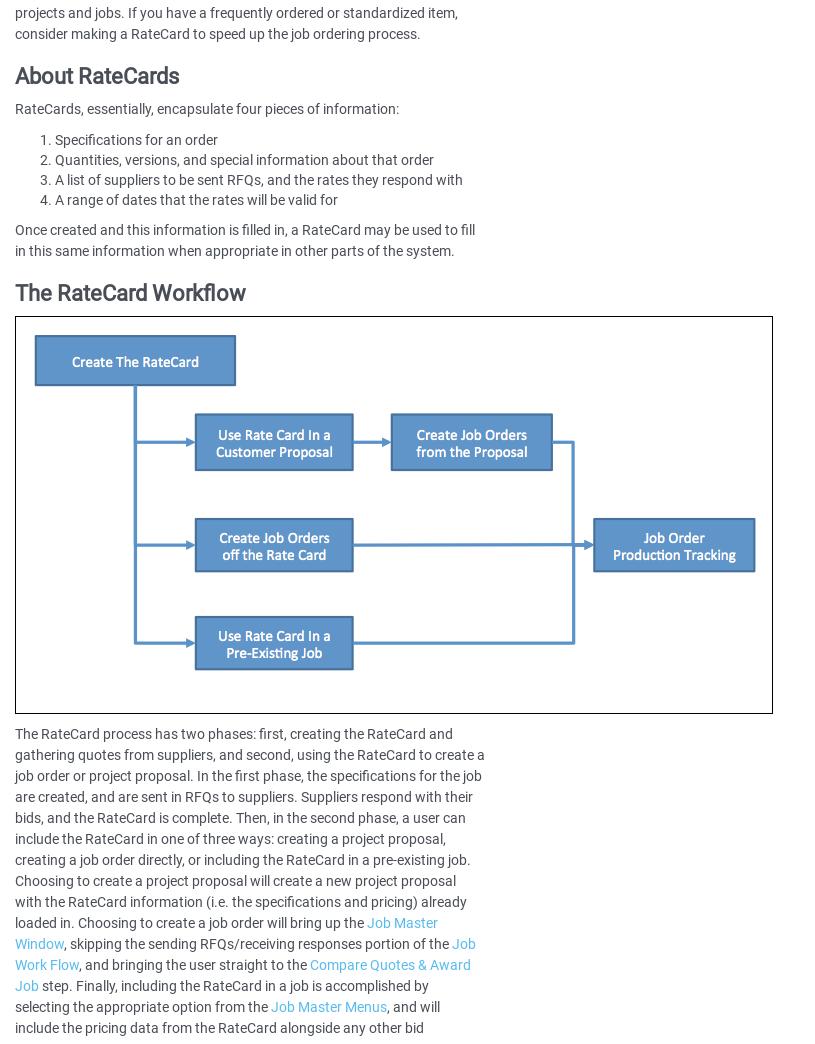  Describe the element at coordinates (245, 953) in the screenshot. I see `'Job Work Flow'` at that location.